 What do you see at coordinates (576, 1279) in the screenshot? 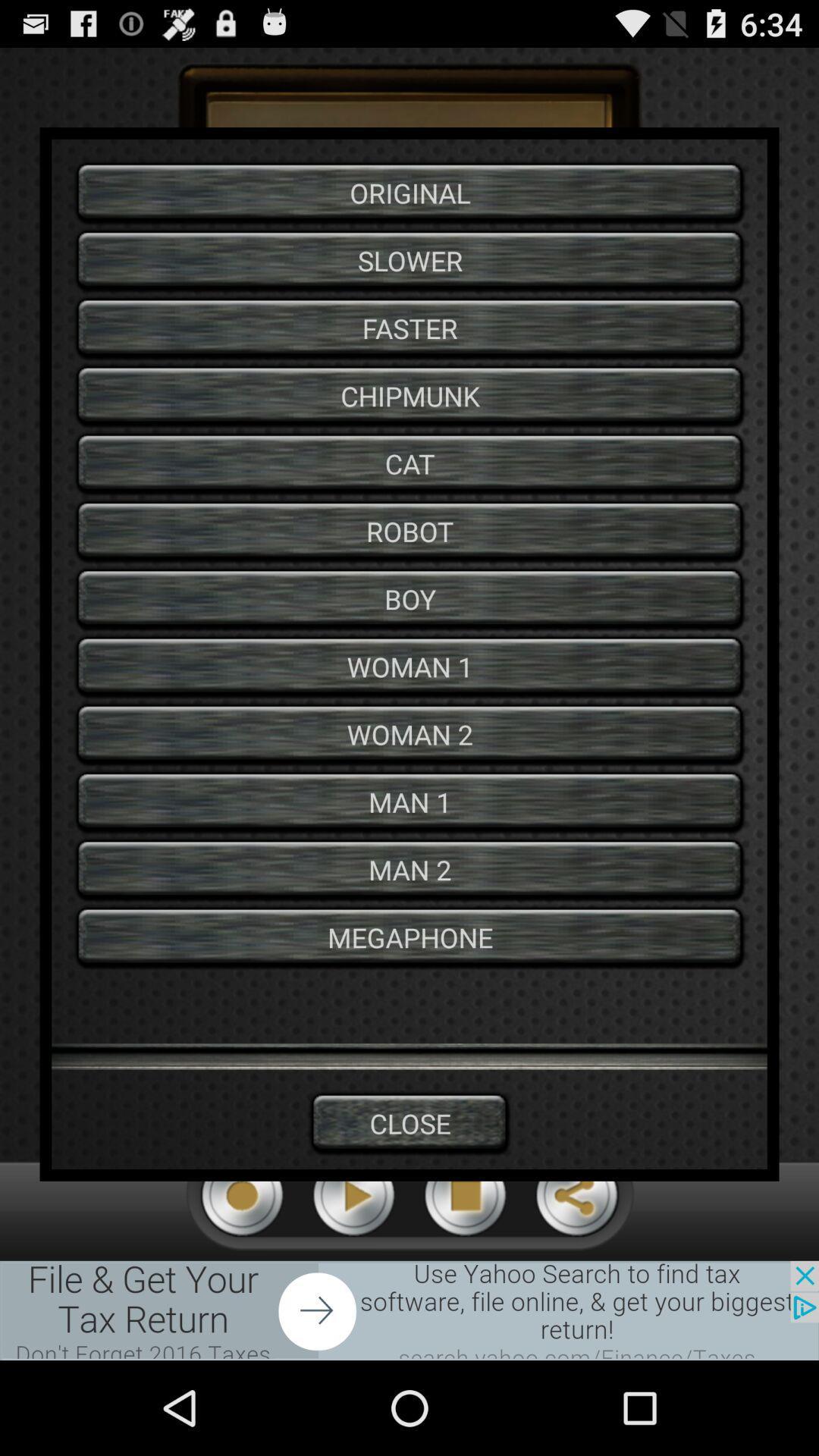
I see `the share icon` at bounding box center [576, 1279].